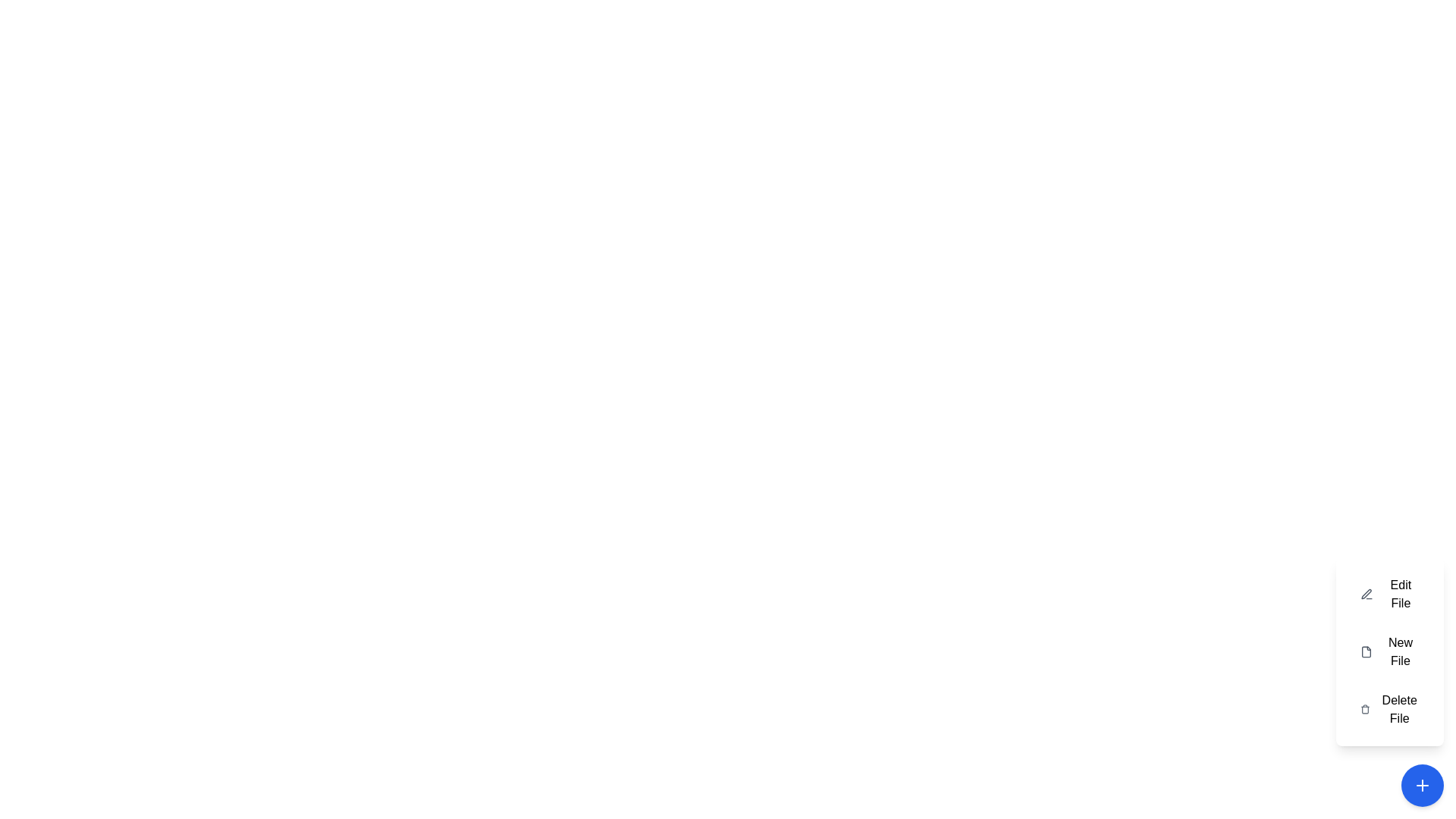  Describe the element at coordinates (1366, 593) in the screenshot. I see `the edit icon located in the bottom-right corner of the interface, above the 'Delete File' option, to initiate an action` at that location.